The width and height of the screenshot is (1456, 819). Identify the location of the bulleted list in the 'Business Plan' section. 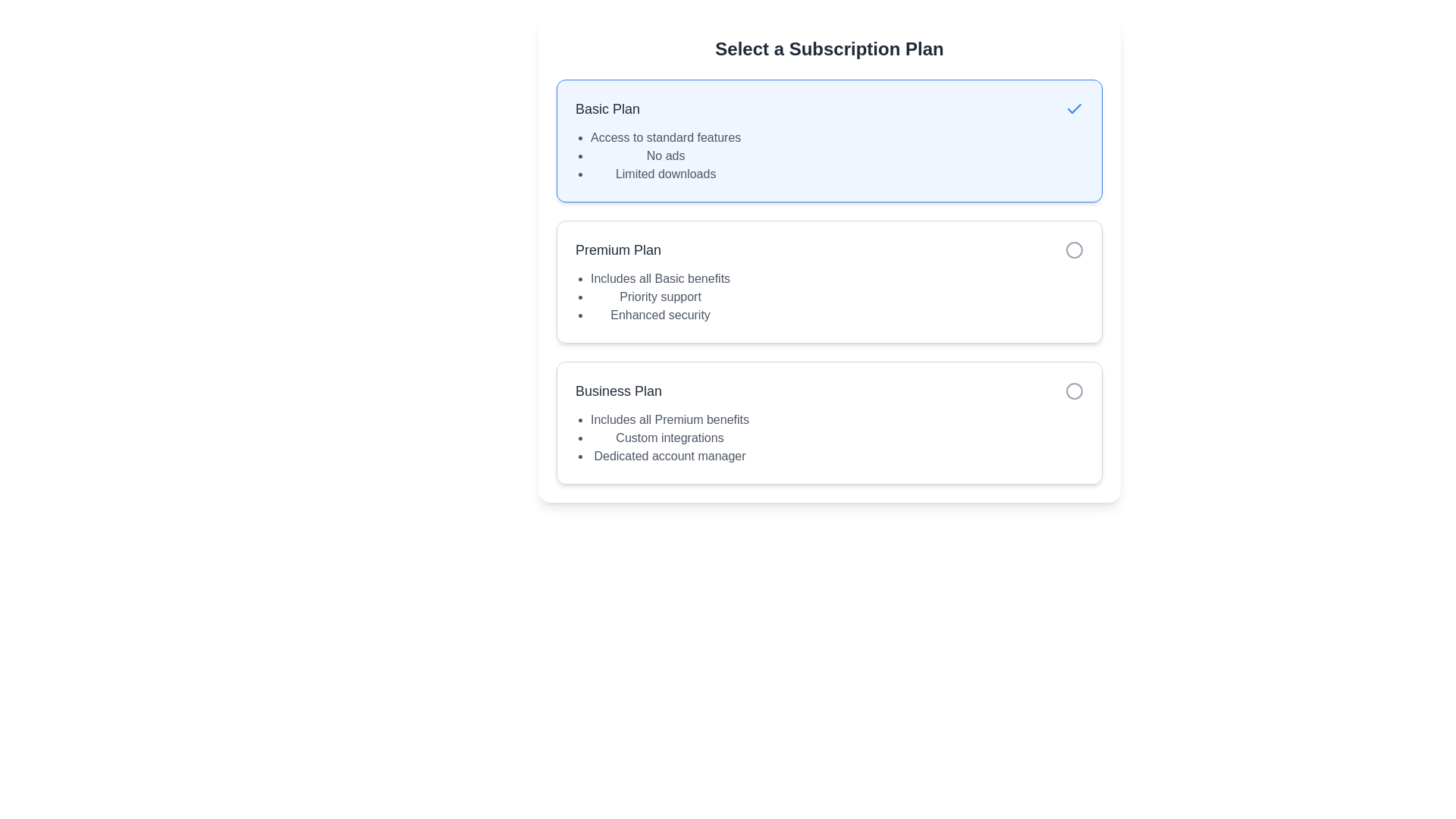
(662, 438).